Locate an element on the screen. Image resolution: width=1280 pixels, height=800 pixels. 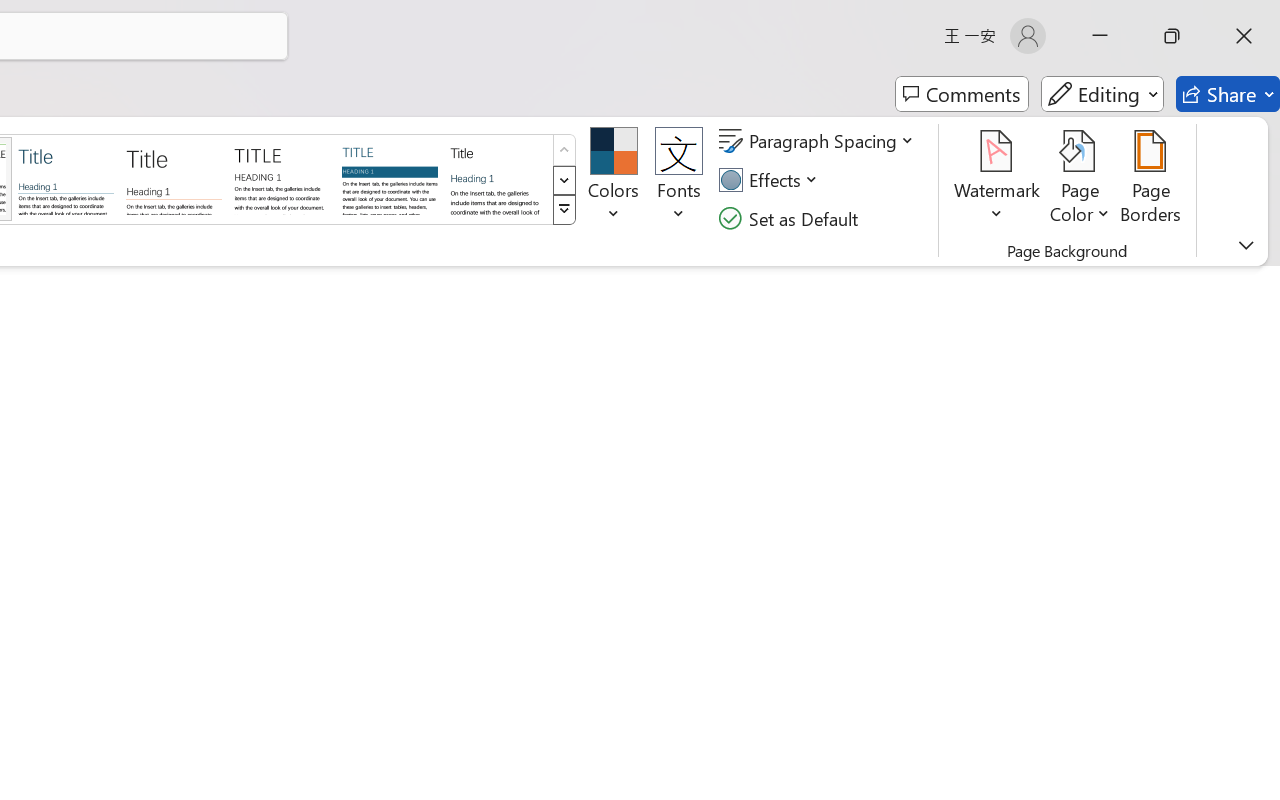
'Close' is located at coordinates (1243, 35).